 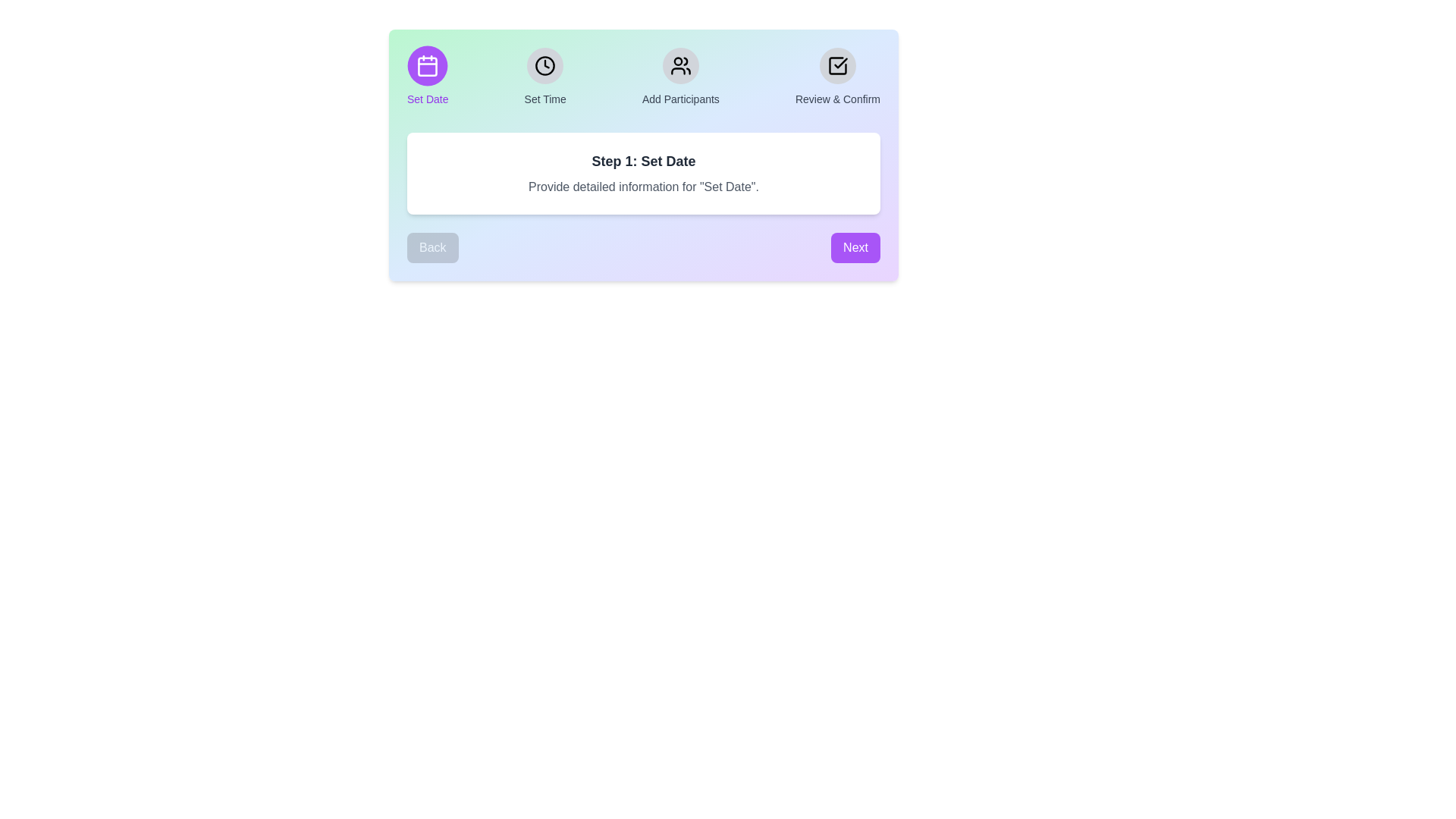 What do you see at coordinates (855, 247) in the screenshot?
I see `'Next' button to navigate to the next step` at bounding box center [855, 247].